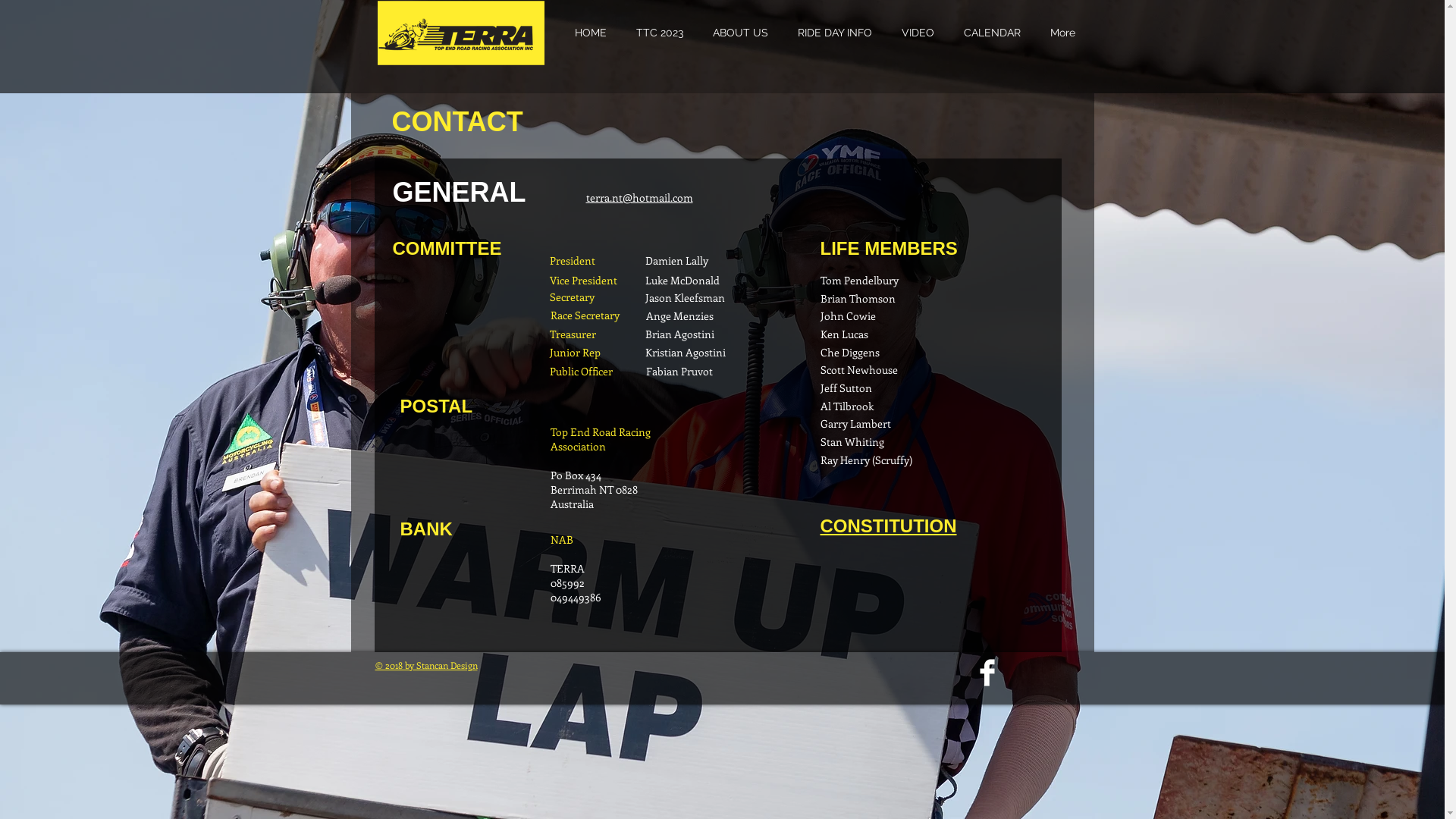 The image size is (1456, 819). I want to click on 'VIDEO', so click(917, 33).